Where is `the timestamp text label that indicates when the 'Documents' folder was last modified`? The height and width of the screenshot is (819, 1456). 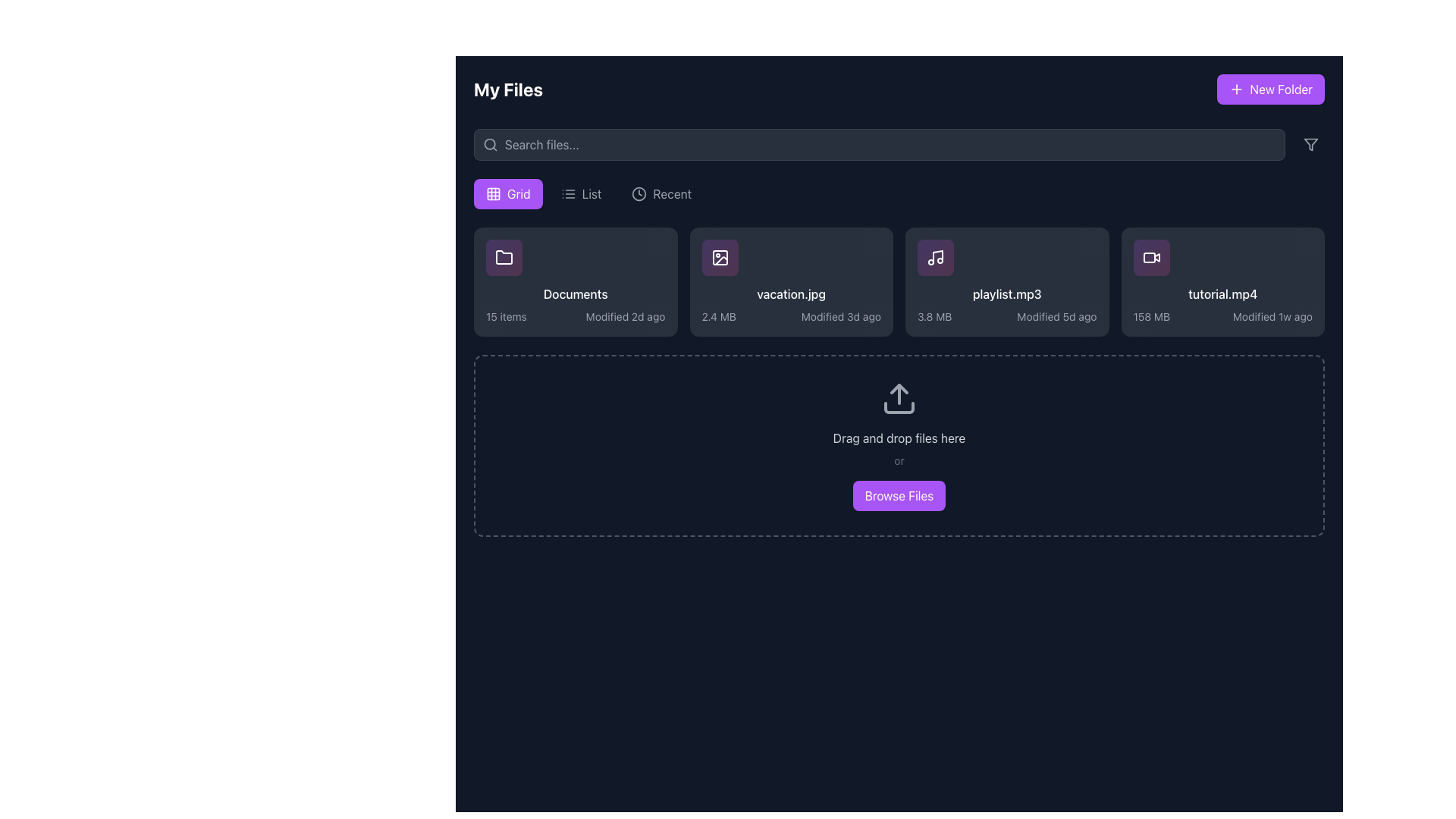 the timestamp text label that indicates when the 'Documents' folder was last modified is located at coordinates (626, 315).